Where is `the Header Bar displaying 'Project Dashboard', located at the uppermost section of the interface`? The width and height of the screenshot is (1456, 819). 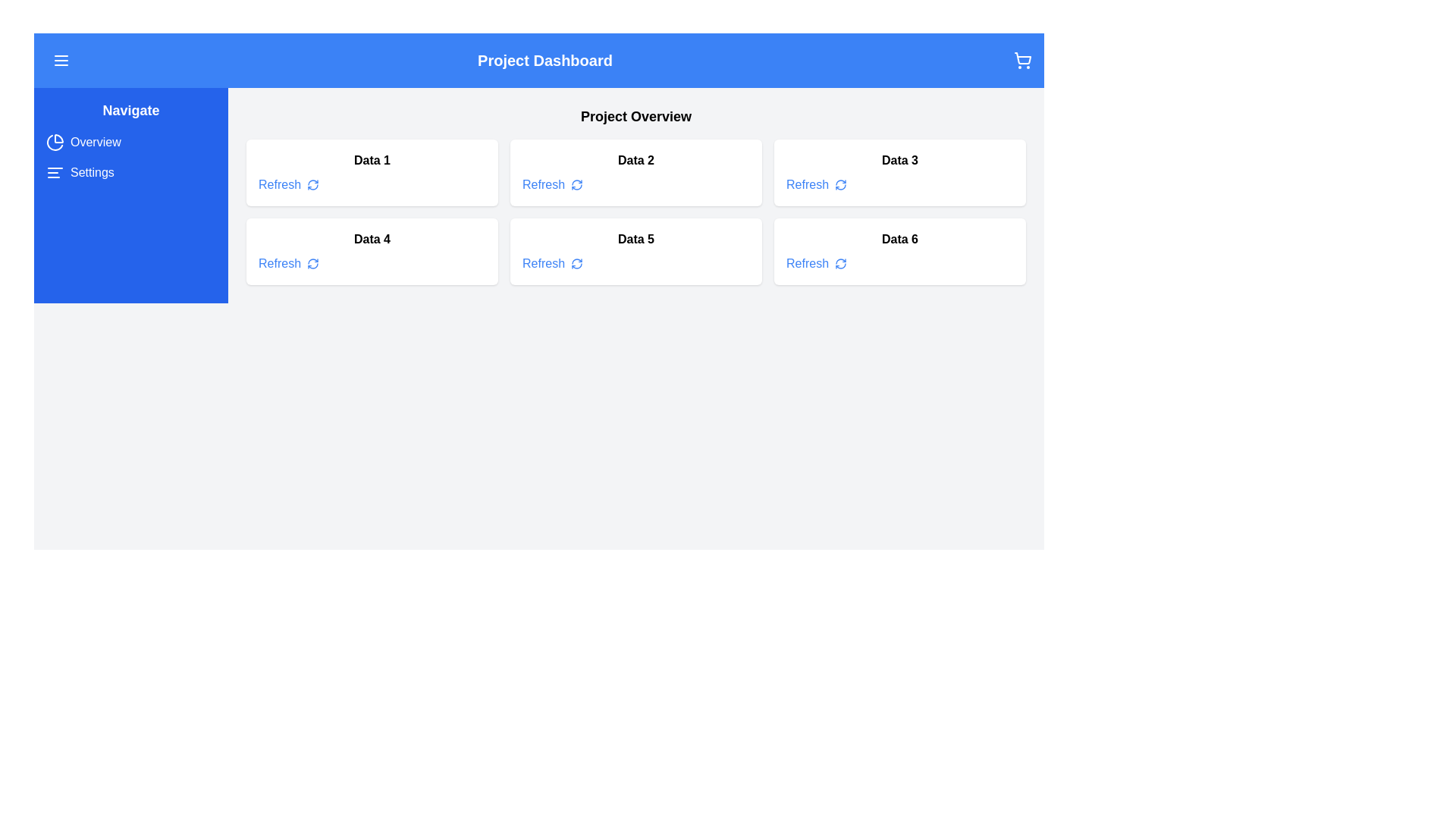 the Header Bar displaying 'Project Dashboard', located at the uppermost section of the interface is located at coordinates (538, 60).